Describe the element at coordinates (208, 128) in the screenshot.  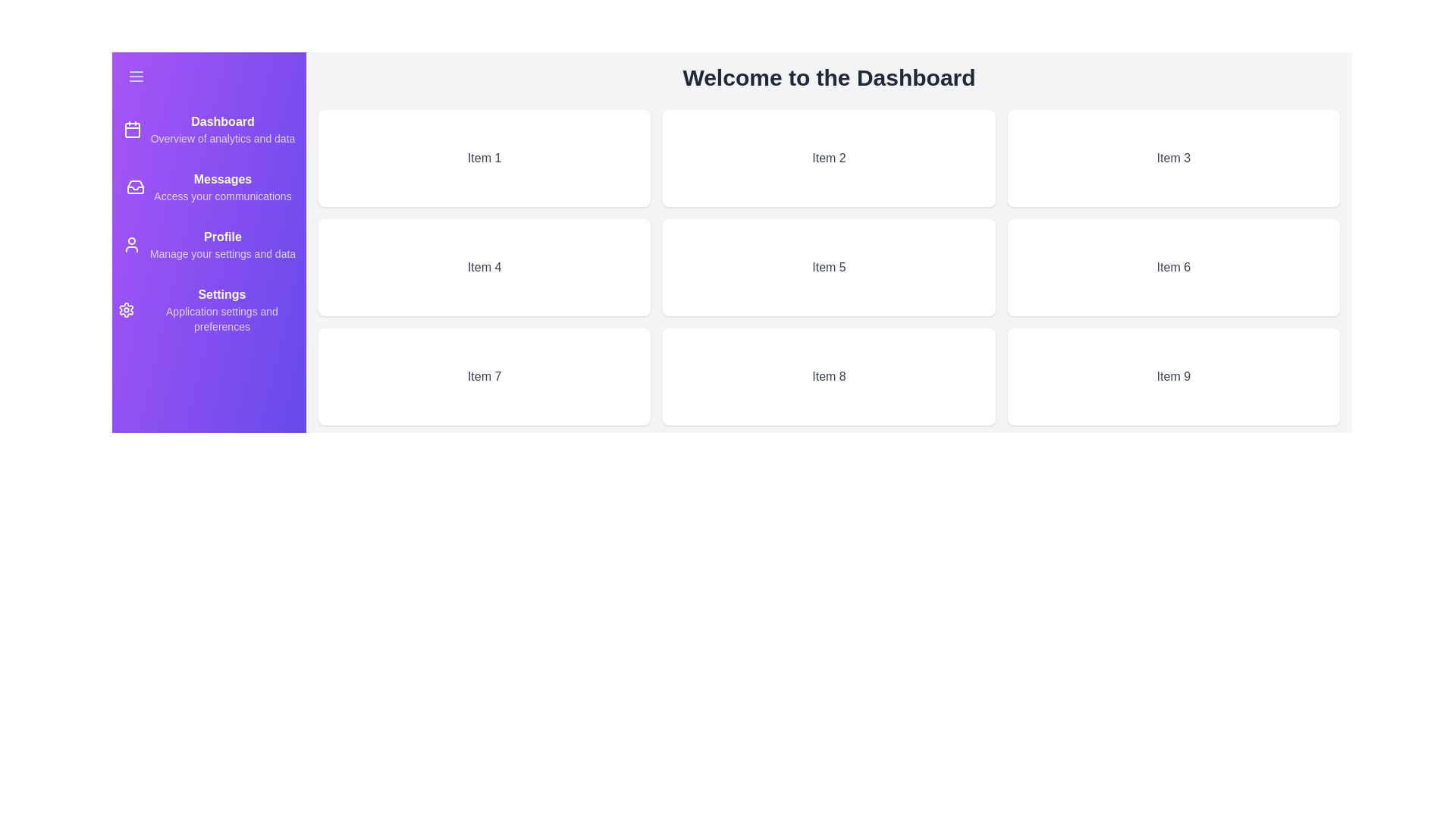
I see `the navigation item corresponding to Dashboard` at that location.